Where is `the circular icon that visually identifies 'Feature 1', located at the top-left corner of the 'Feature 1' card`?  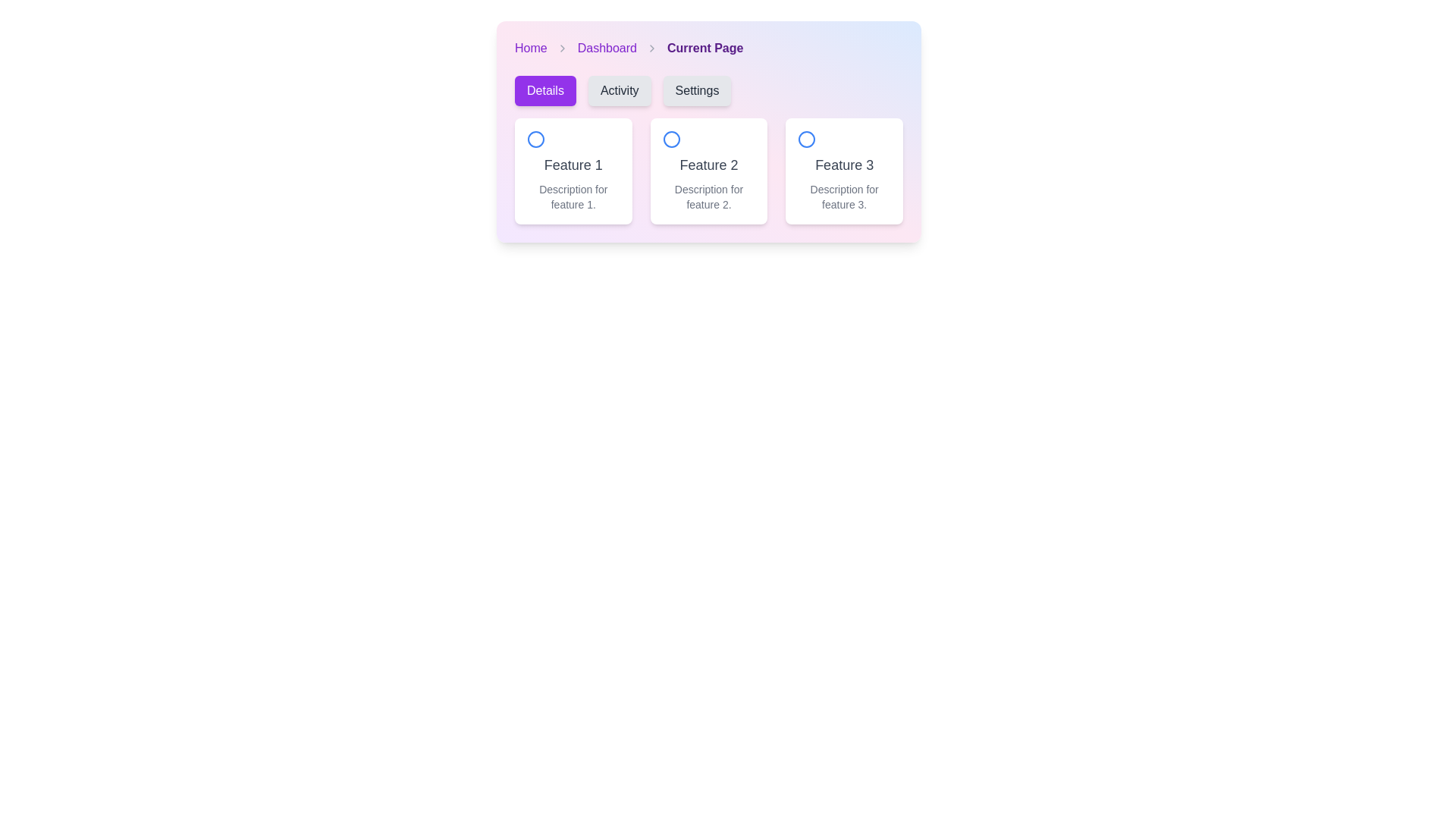
the circular icon that visually identifies 'Feature 1', located at the top-left corner of the 'Feature 1' card is located at coordinates (535, 140).